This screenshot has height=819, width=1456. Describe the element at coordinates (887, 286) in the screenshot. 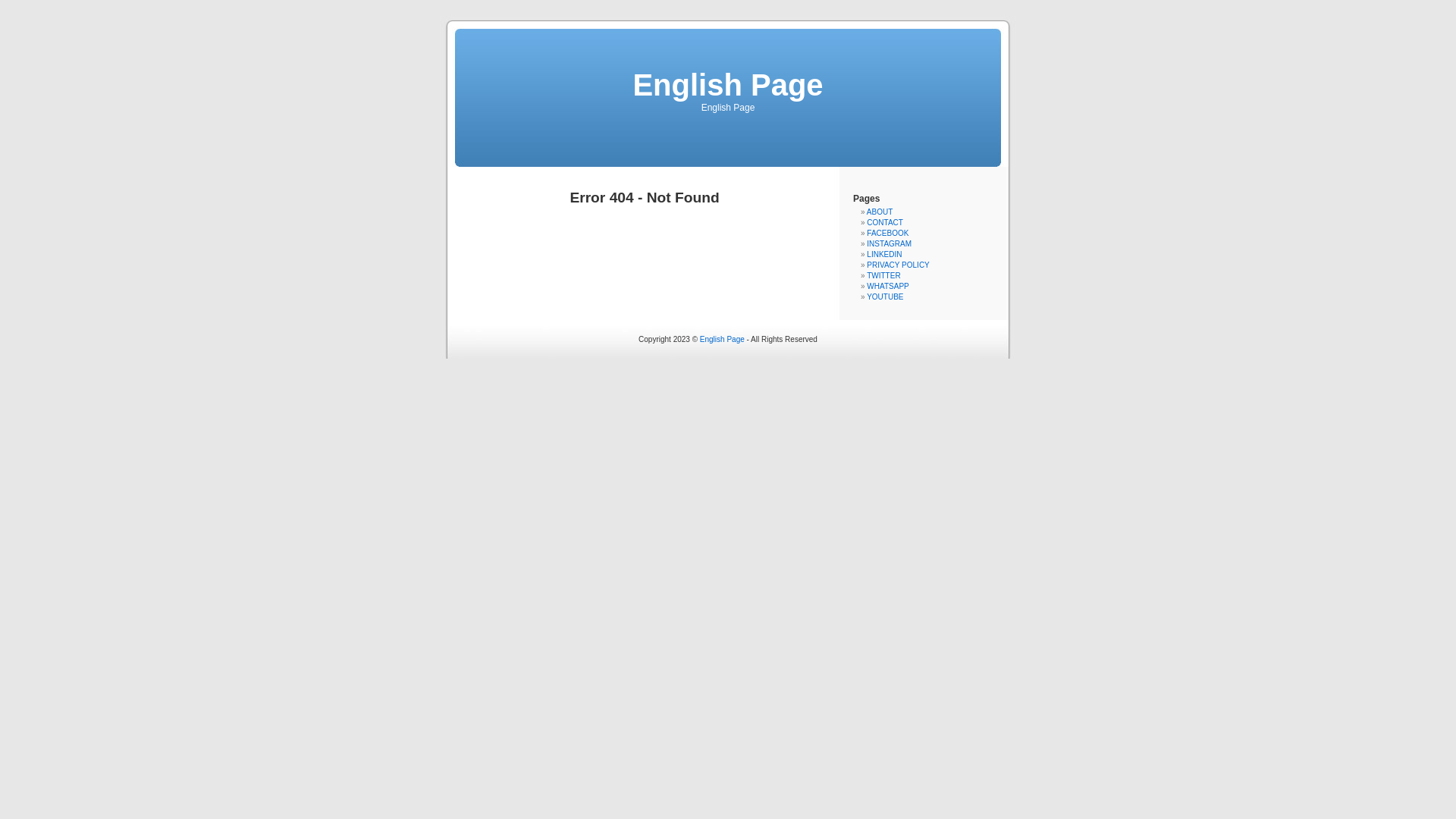

I see `'WHATSAPP'` at that location.